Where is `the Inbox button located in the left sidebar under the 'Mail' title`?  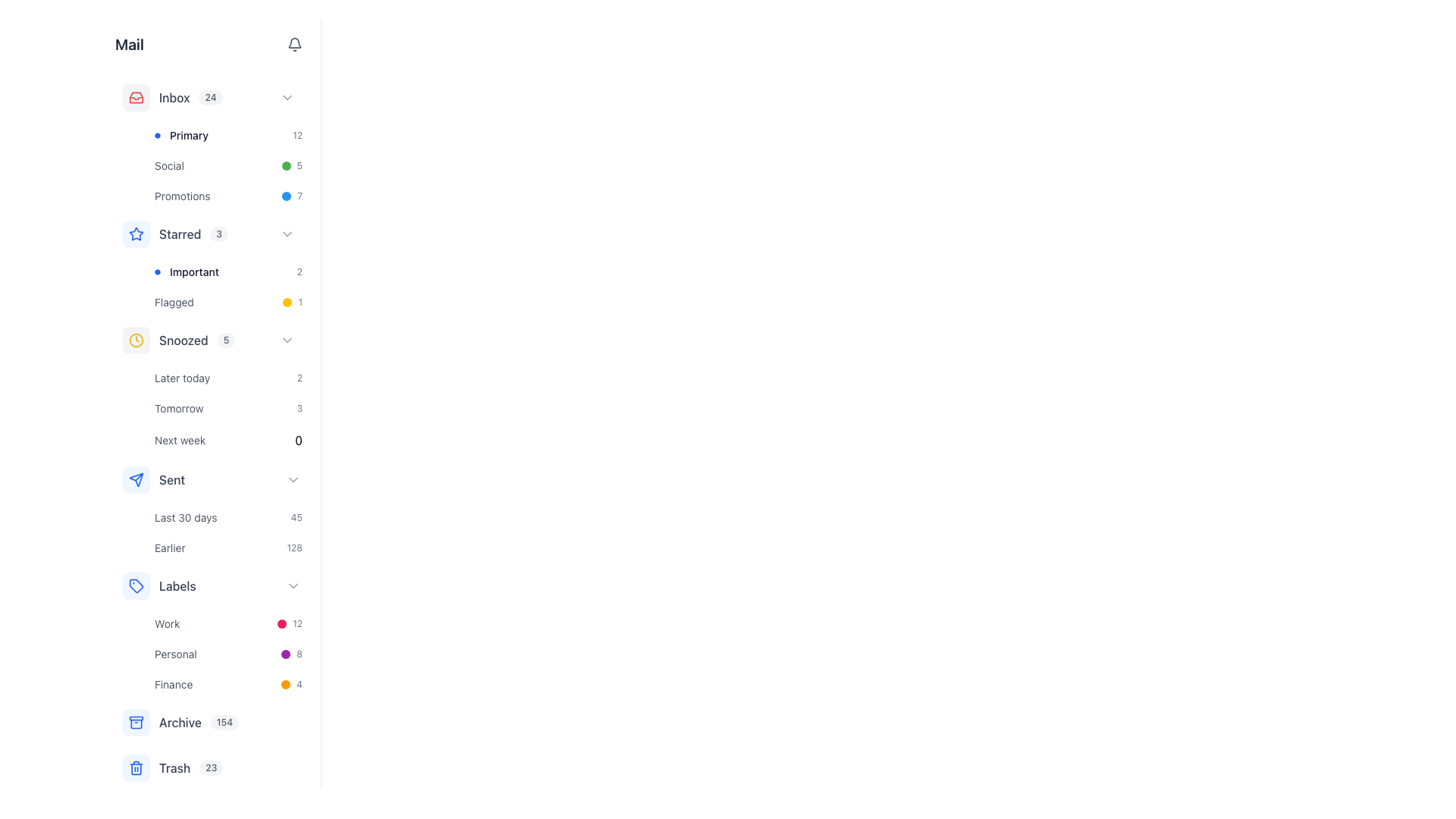
the Inbox button located in the left sidebar under the 'Mail' title is located at coordinates (136, 97).